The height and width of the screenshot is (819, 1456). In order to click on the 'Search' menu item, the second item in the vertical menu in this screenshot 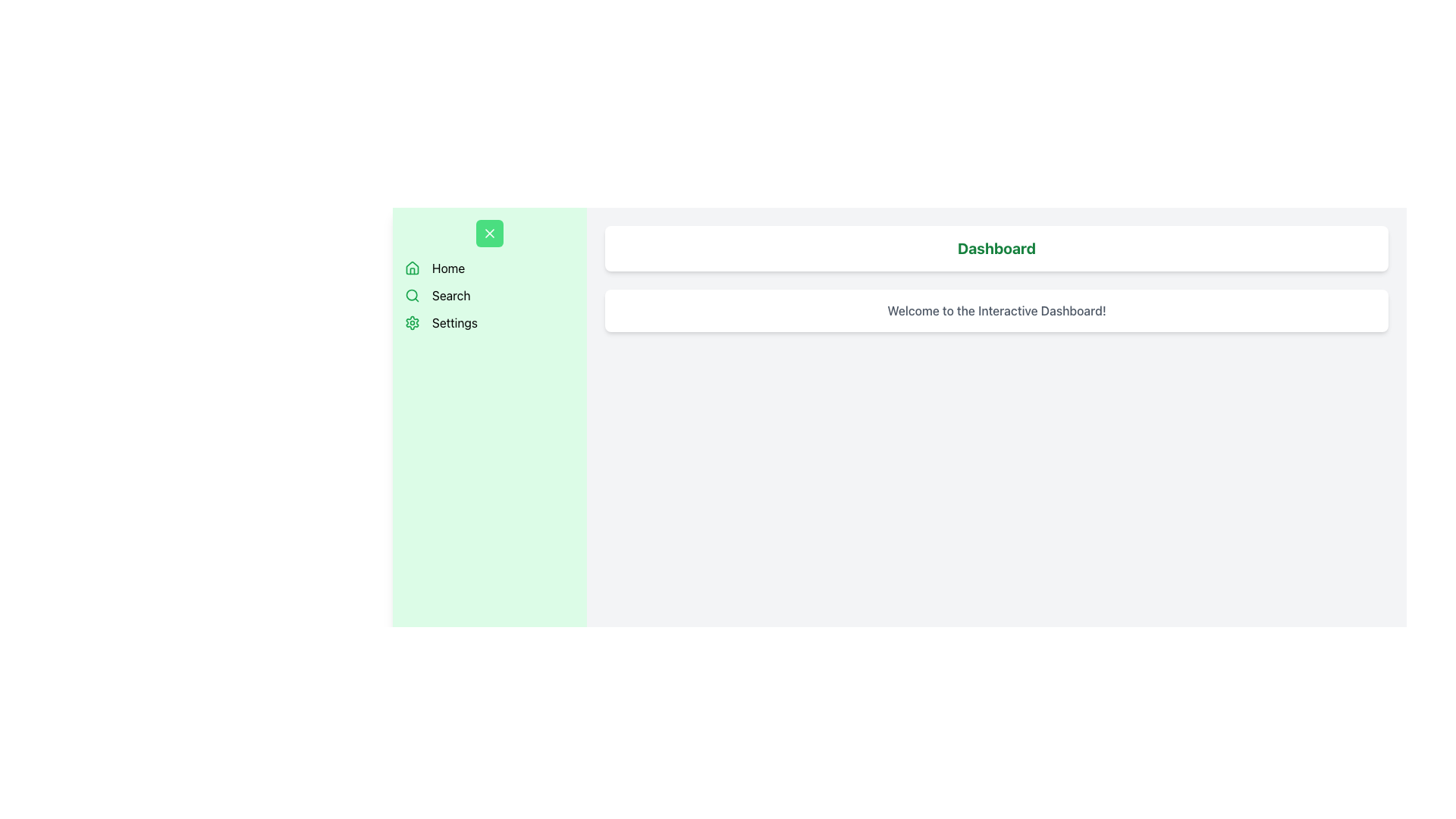, I will do `click(490, 295)`.